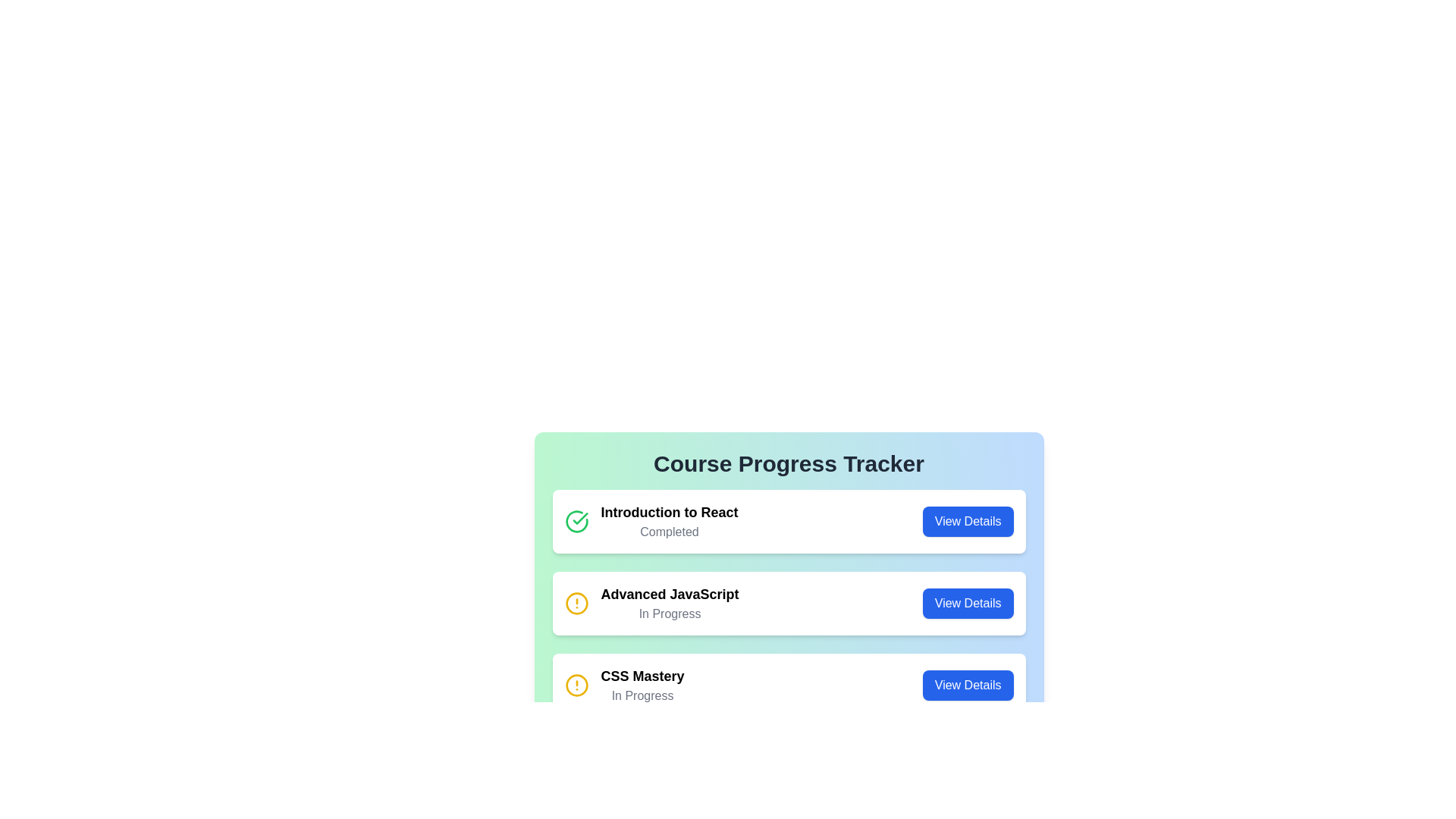 The width and height of the screenshot is (1456, 819). I want to click on text label displaying 'Introduction to React', which is prominently styled in bold sans-serif font and located at the top-left section of the card component in the course tracker interface, so click(669, 512).